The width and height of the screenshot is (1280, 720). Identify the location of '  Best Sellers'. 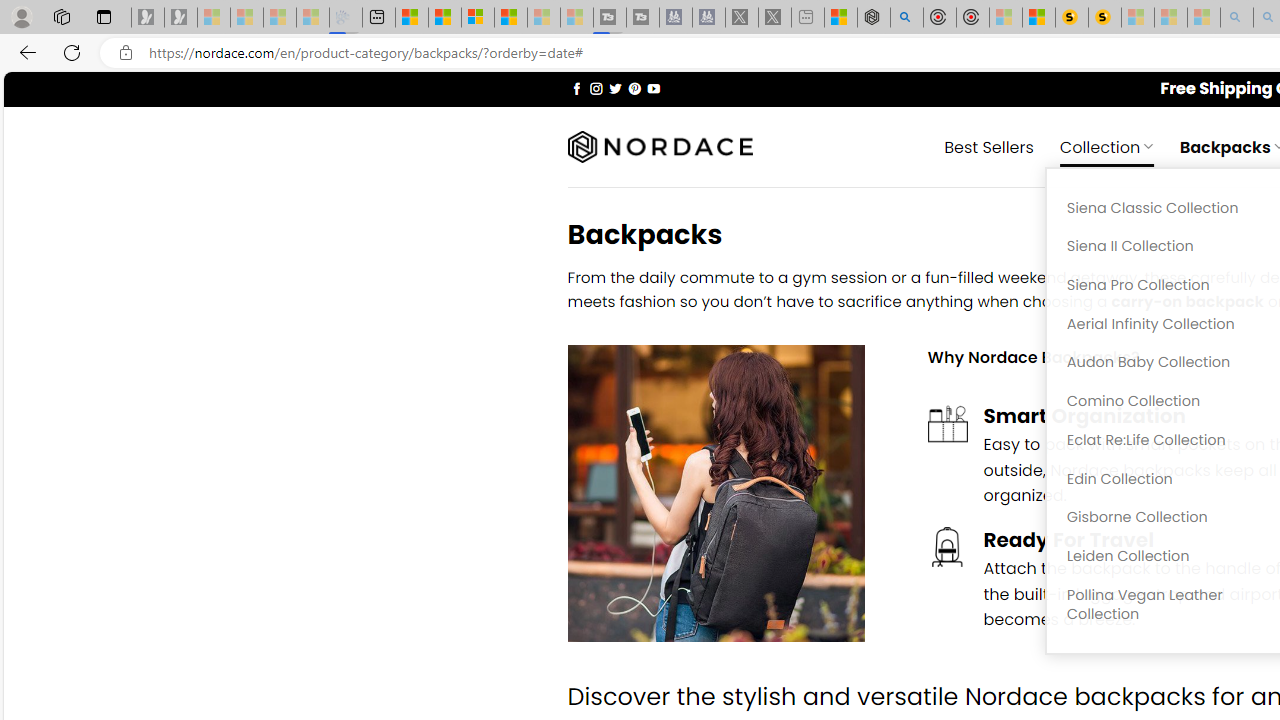
(989, 145).